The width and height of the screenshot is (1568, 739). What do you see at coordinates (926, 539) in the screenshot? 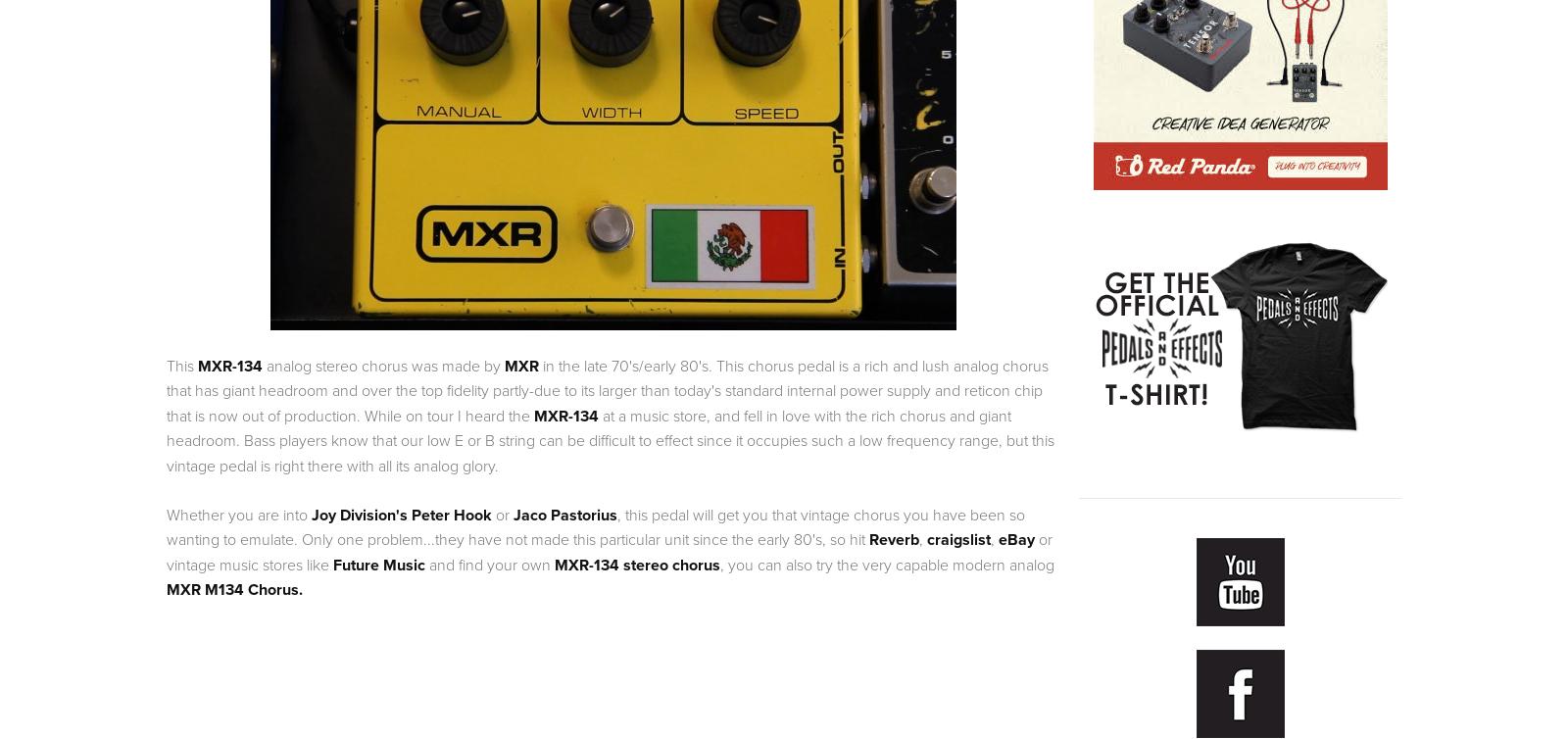
I see `'craigslist'` at bounding box center [926, 539].